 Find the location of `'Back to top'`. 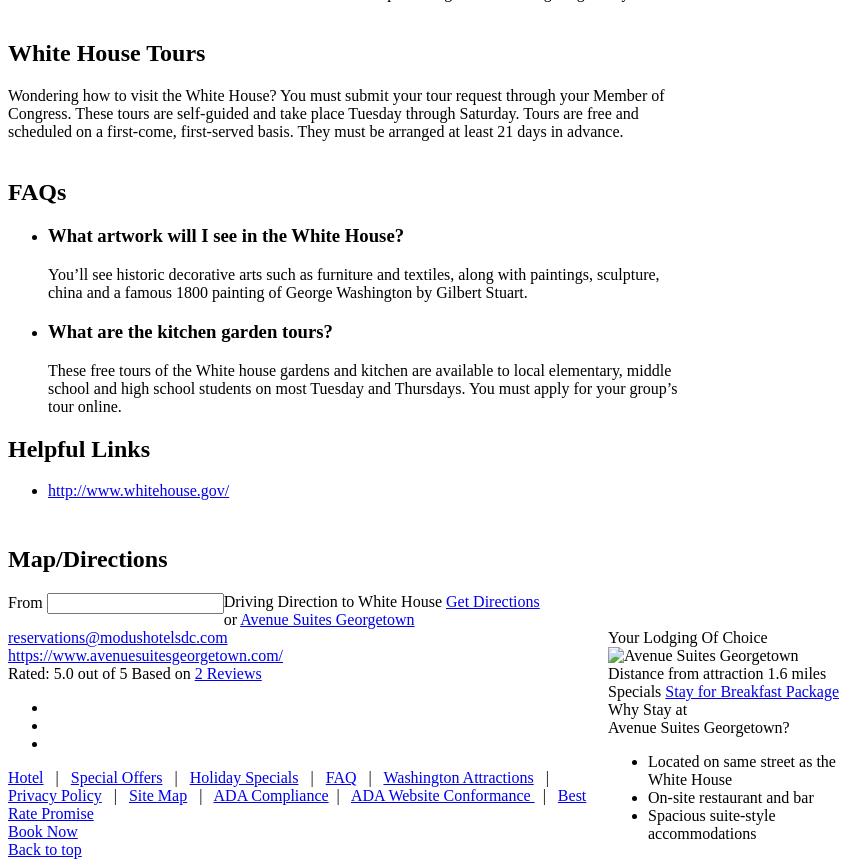

'Back to top' is located at coordinates (44, 848).